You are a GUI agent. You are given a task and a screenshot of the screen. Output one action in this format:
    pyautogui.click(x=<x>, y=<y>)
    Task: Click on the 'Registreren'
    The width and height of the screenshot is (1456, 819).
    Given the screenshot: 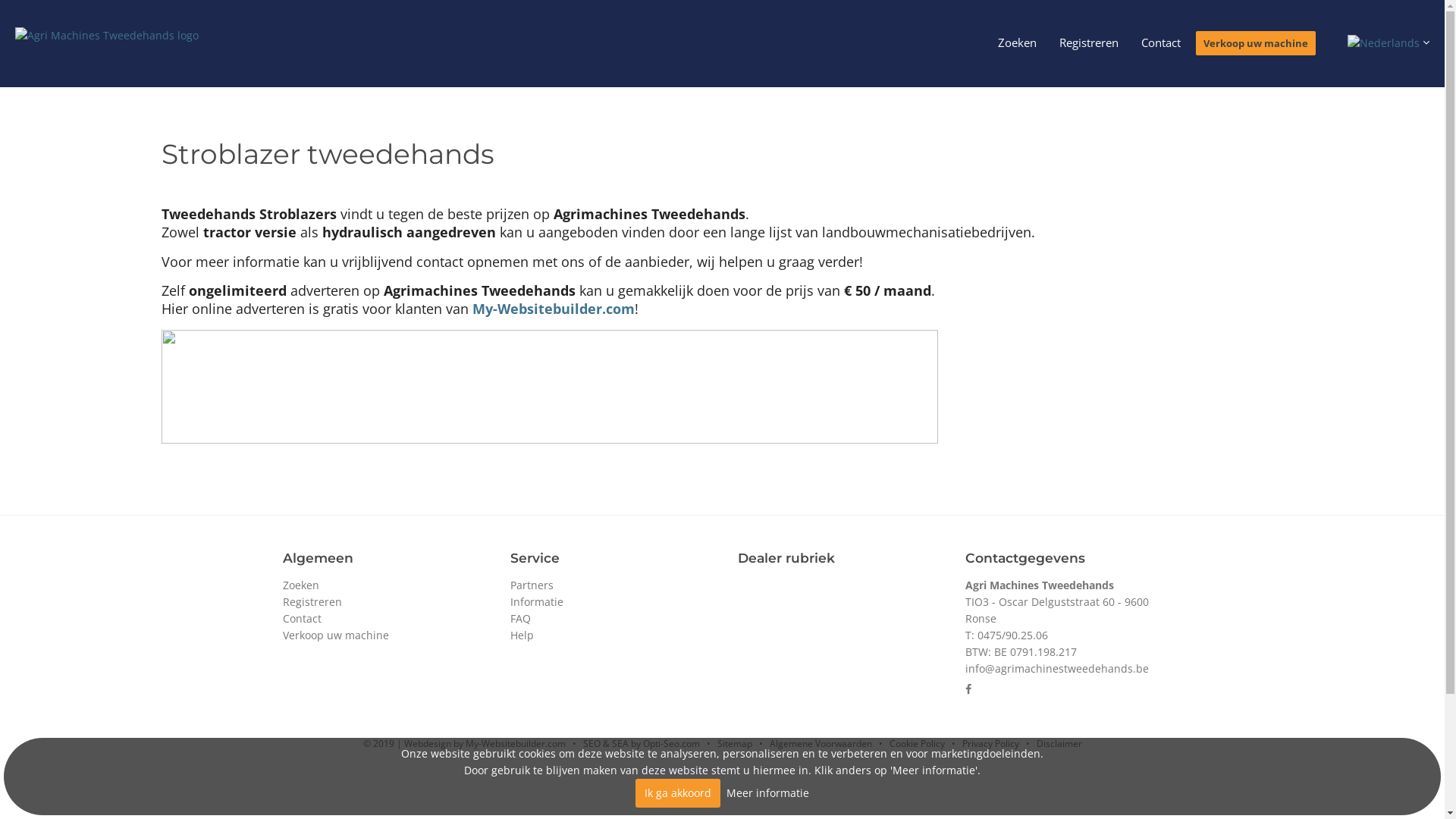 What is the action you would take?
    pyautogui.click(x=1087, y=42)
    